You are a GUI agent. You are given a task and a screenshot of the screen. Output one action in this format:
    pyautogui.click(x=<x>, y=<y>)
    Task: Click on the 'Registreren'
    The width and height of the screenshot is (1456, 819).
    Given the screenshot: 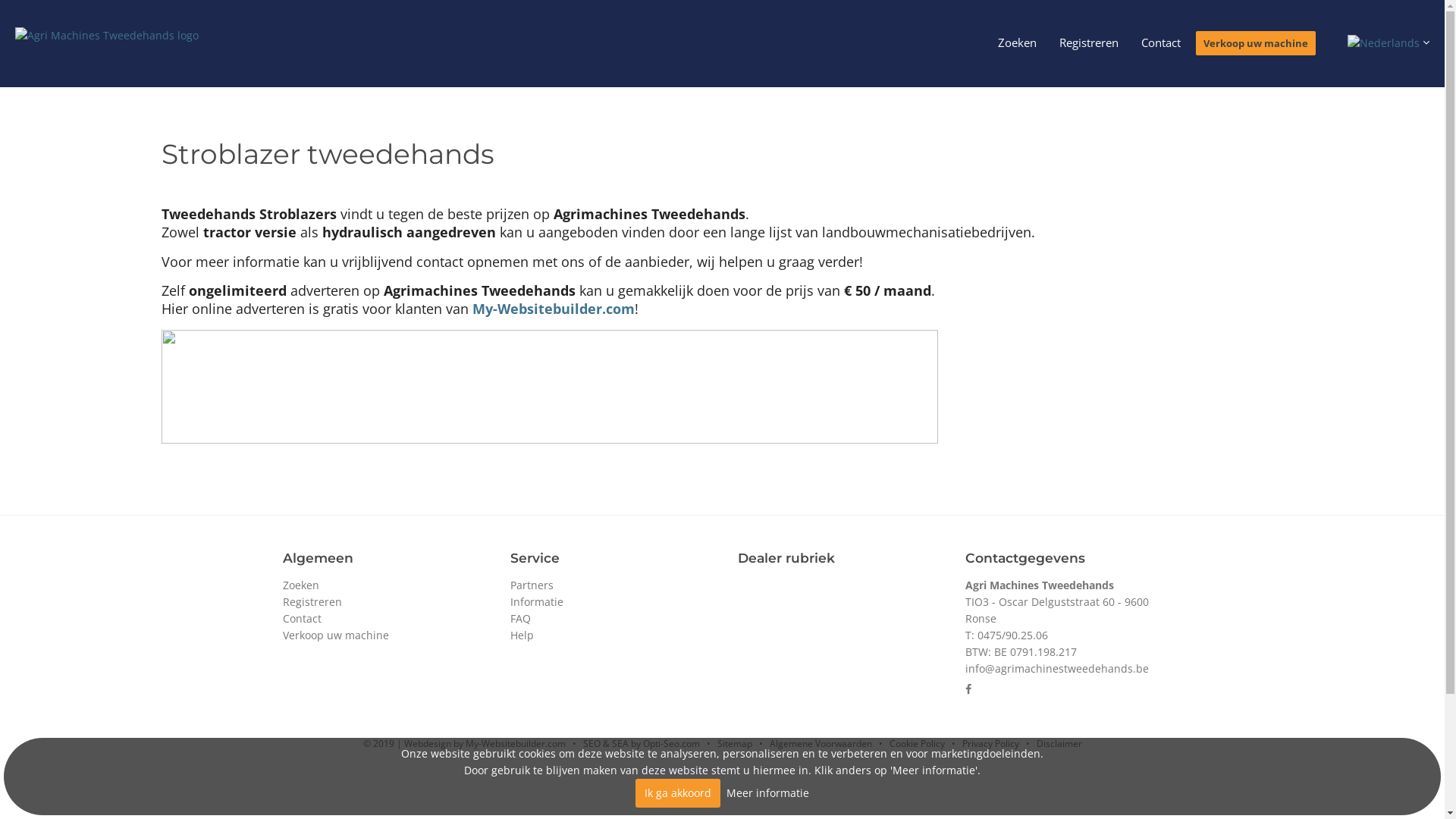 What is the action you would take?
    pyautogui.click(x=1087, y=42)
    